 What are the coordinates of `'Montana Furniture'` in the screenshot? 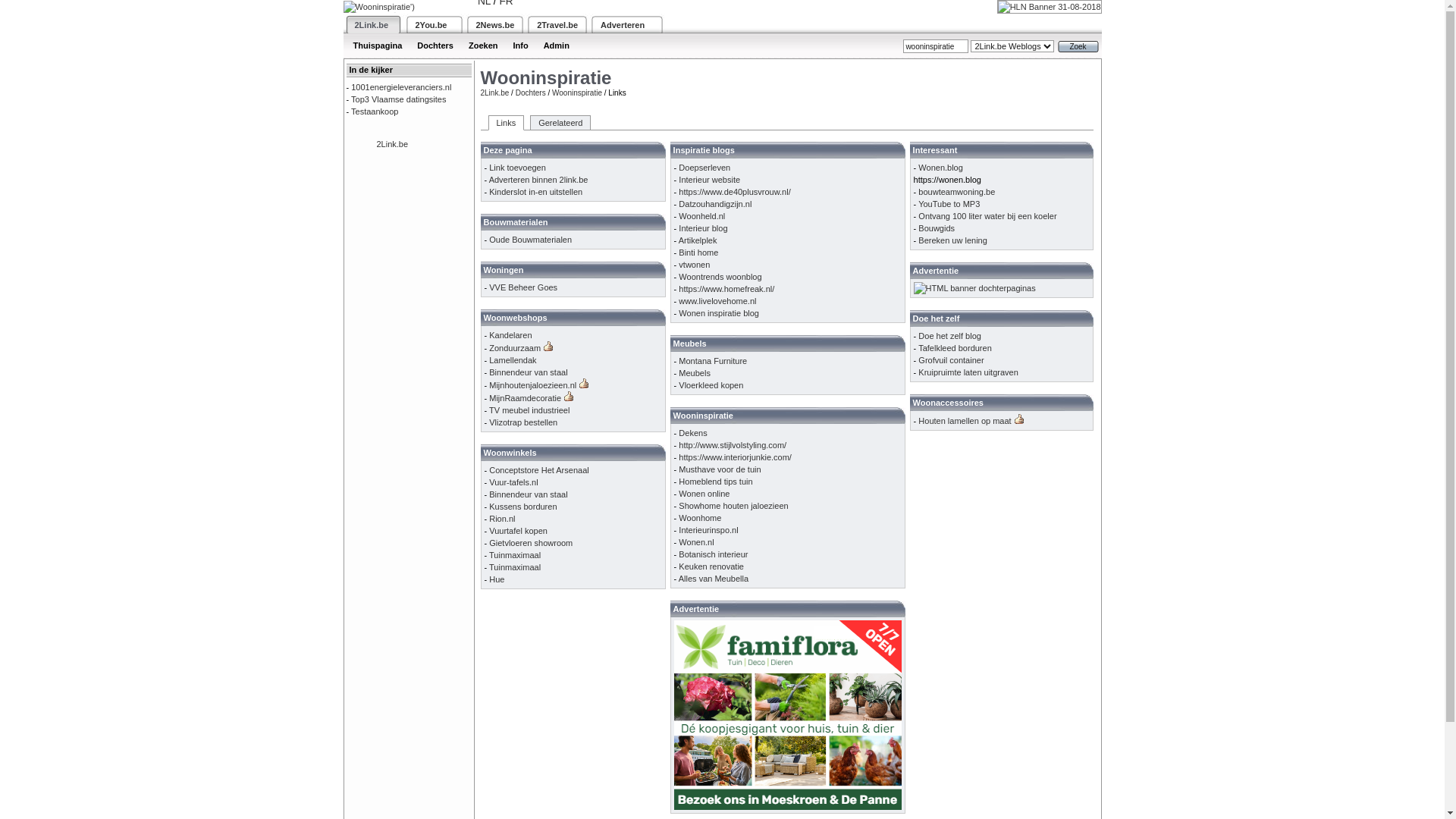 It's located at (677, 360).